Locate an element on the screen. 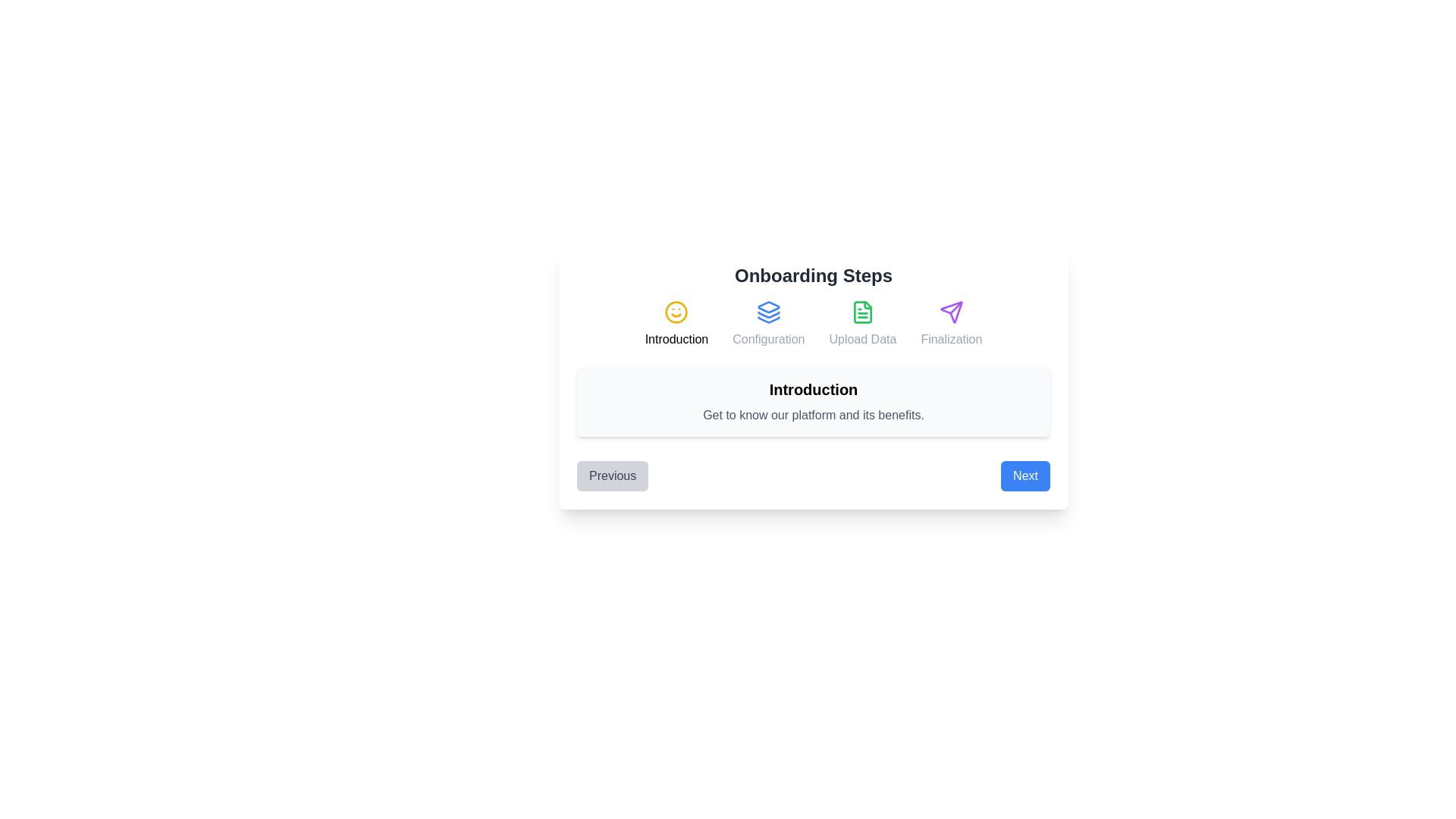 The width and height of the screenshot is (1456, 819). the heading element located at the top of the onboarding process interface is located at coordinates (813, 275).